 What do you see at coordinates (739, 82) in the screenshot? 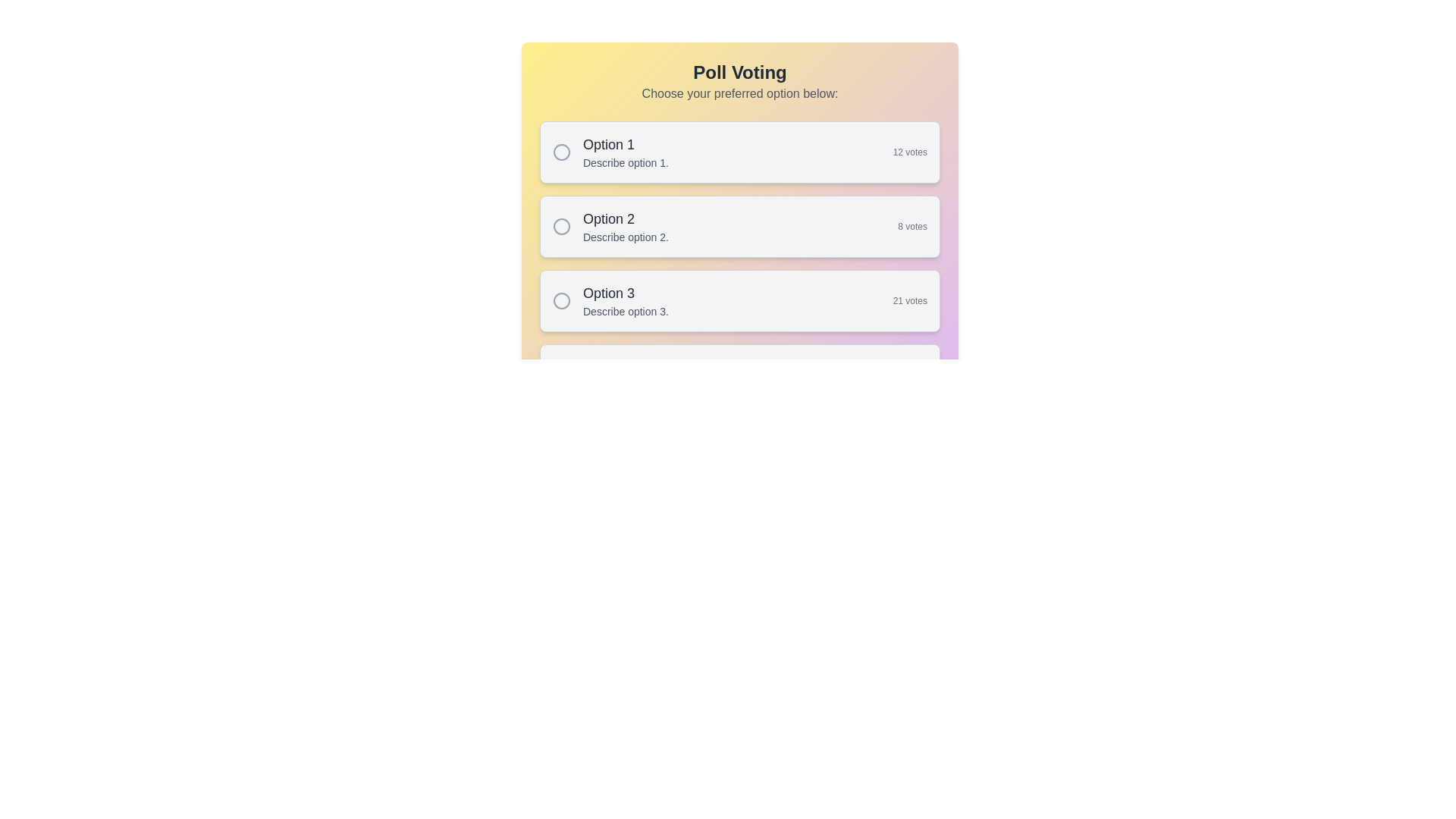
I see `instructional header text located at the top of the poll interface, which serves as a title and guide for the voting section` at bounding box center [739, 82].